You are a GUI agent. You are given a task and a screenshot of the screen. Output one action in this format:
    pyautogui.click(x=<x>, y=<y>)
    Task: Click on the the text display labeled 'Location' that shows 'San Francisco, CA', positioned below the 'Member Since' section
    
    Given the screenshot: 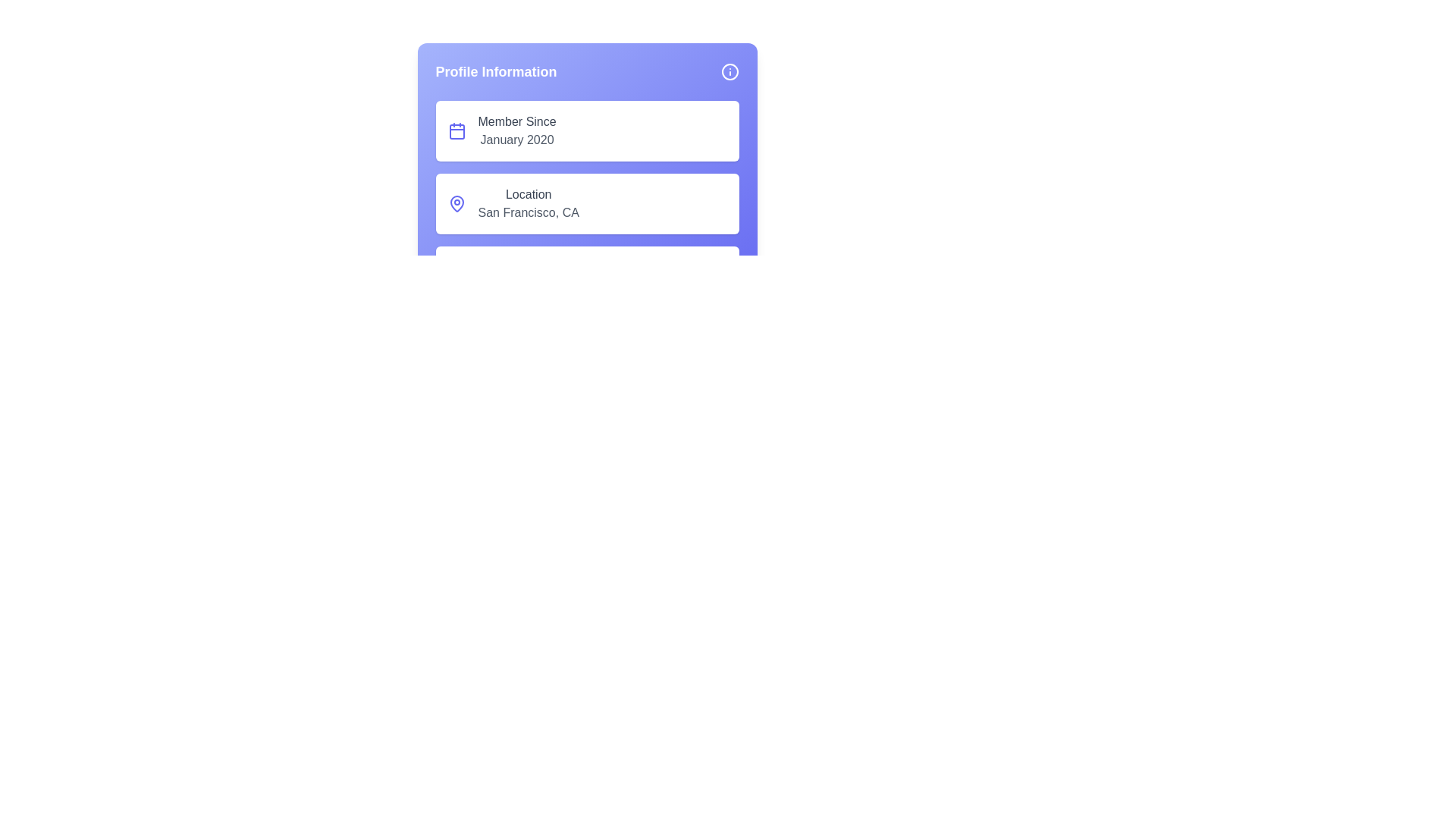 What is the action you would take?
    pyautogui.click(x=529, y=203)
    